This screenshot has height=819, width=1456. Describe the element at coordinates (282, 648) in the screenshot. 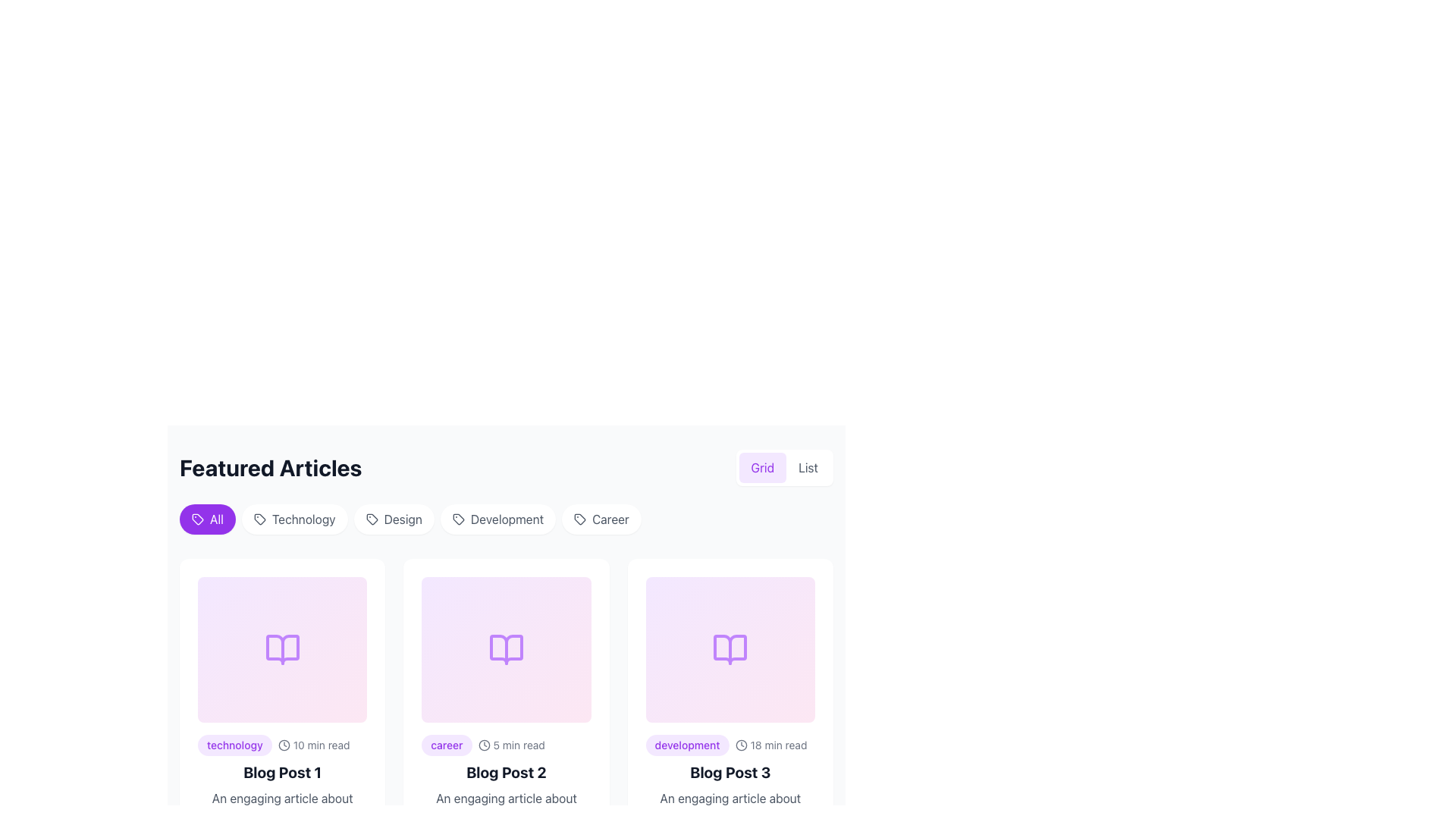

I see `the open book icon located at the top-center of the first card in the featured articles grid, which is above the 'Blog Post 1' title and has a purple hue on a pinkish background` at that location.